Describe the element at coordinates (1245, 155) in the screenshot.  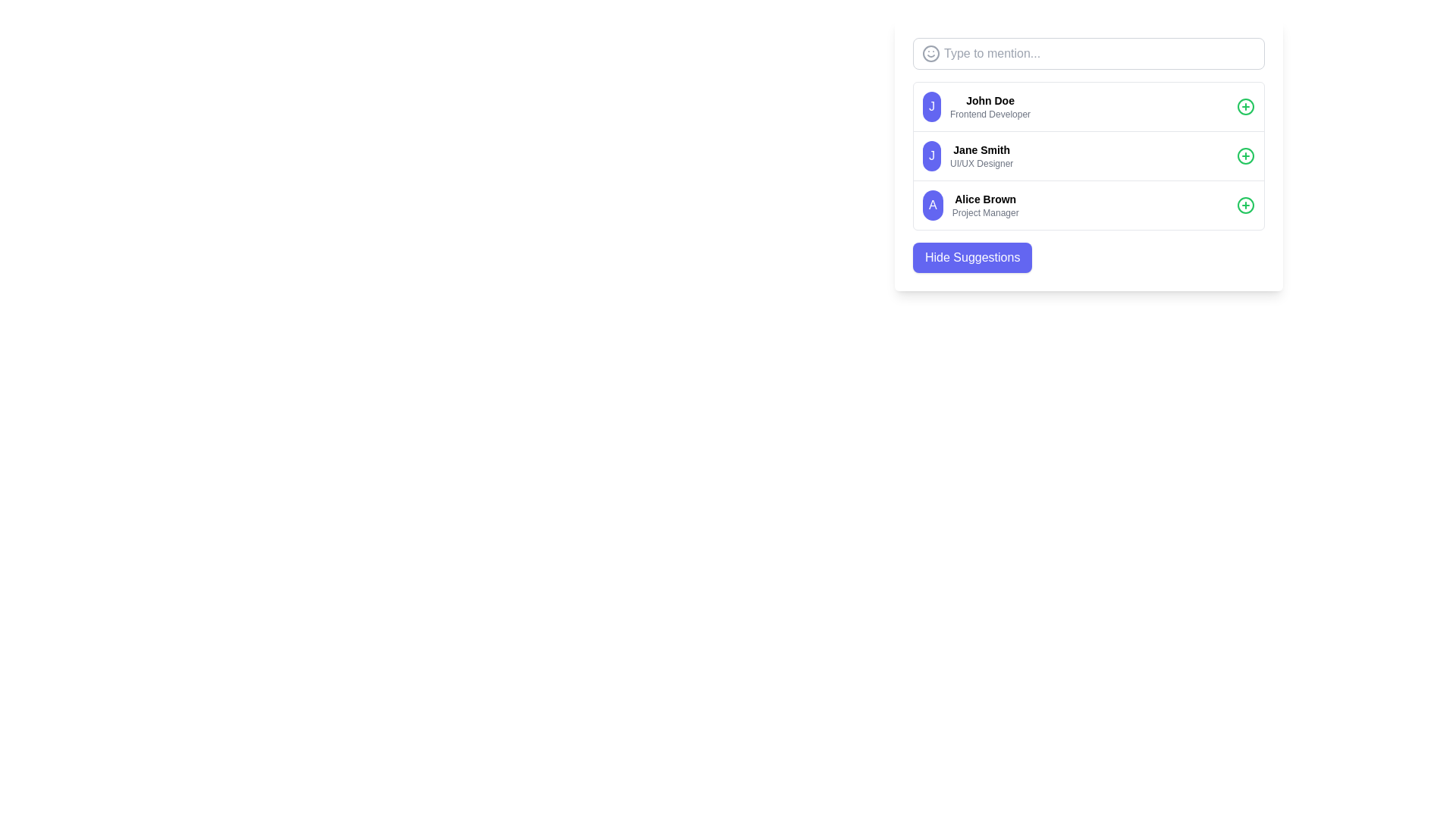
I see `the icon button located at the far right end of the row containing 'Jane Smith' and 'UI/UX Designer'` at that location.